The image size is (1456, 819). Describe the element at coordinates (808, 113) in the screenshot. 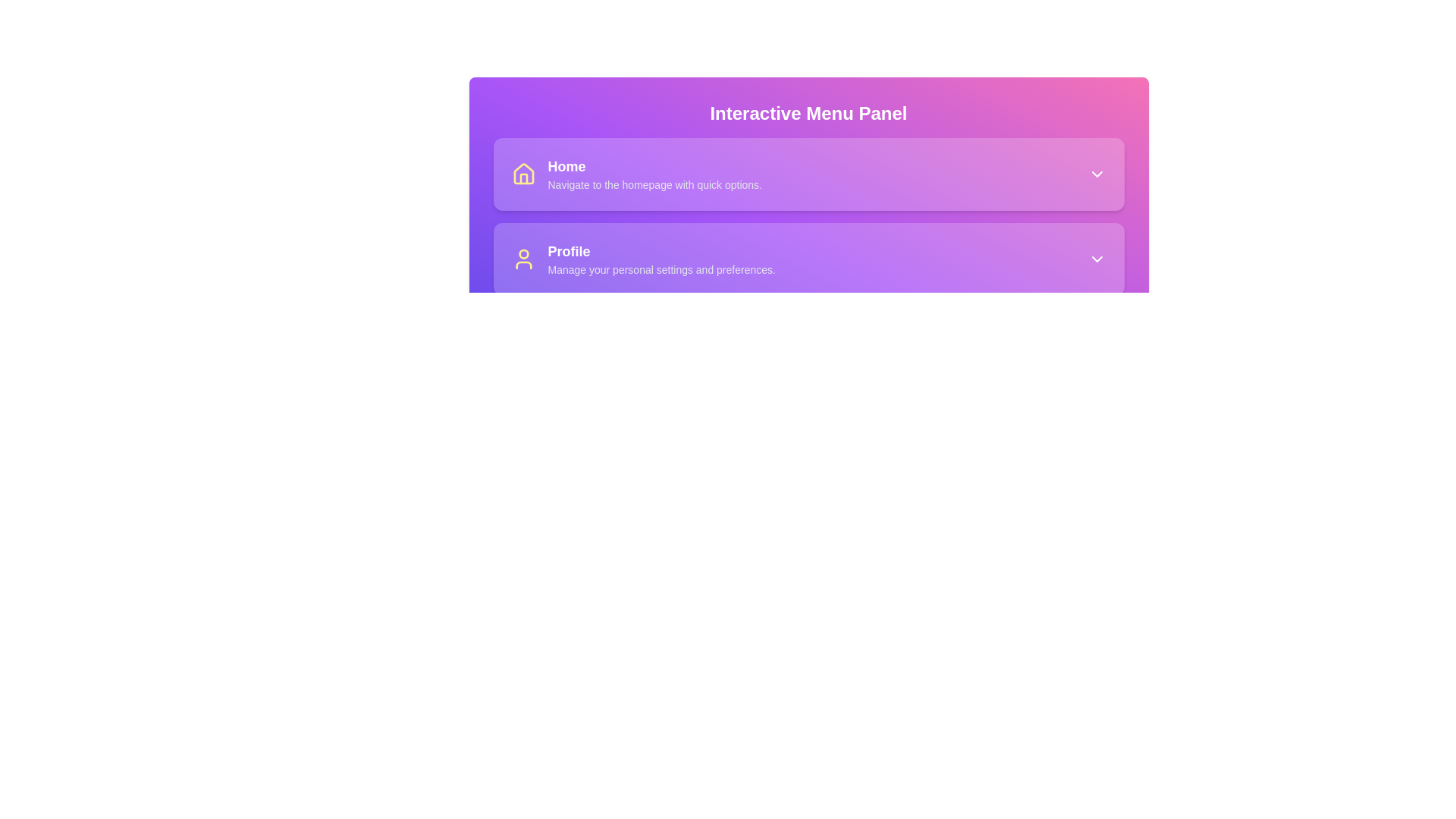

I see `the Text Label that serves as the title for the menu panel, located above the sections for 'Home' and 'Profile'` at that location.